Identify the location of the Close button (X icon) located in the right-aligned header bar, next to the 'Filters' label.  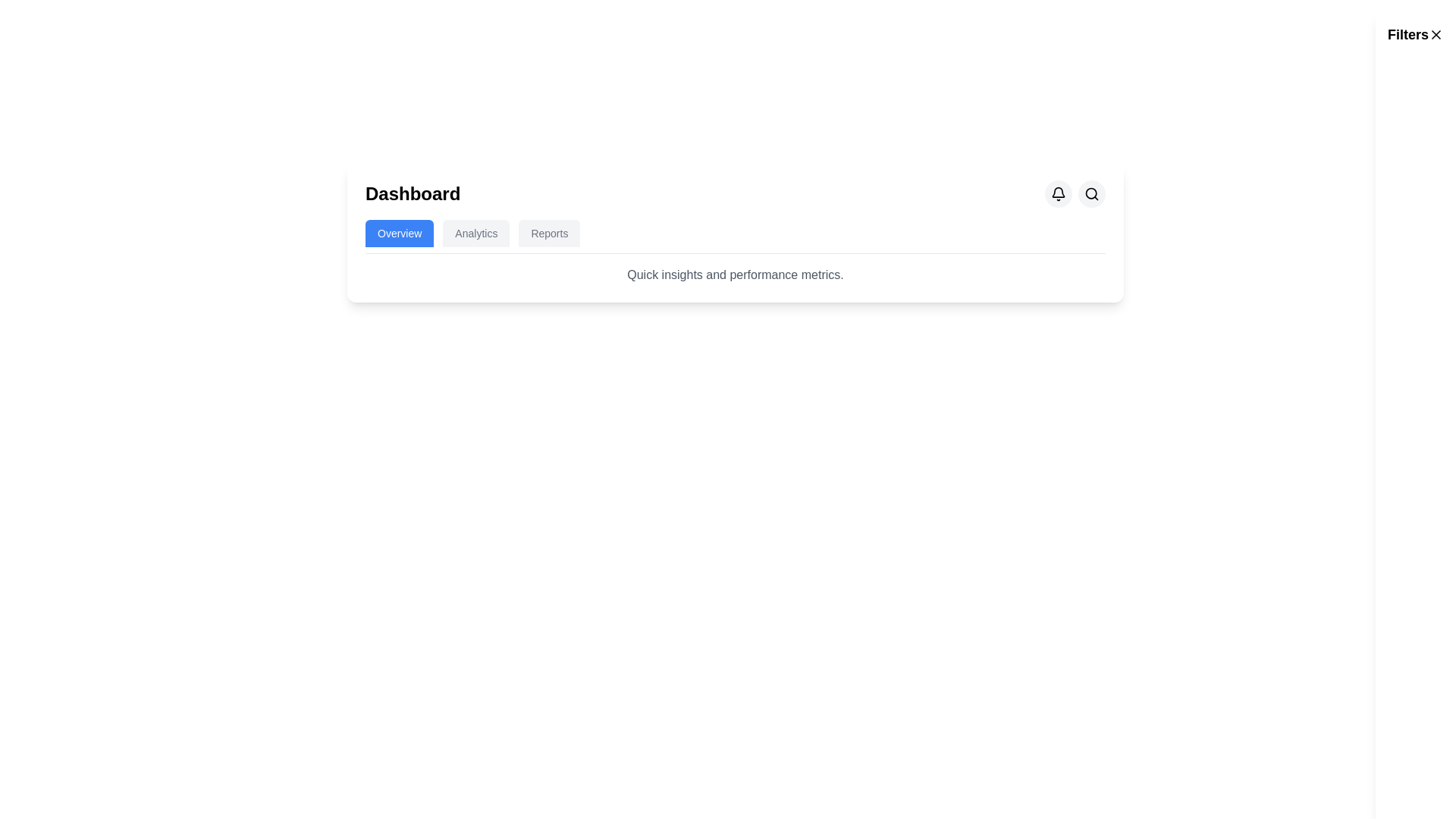
(1436, 34).